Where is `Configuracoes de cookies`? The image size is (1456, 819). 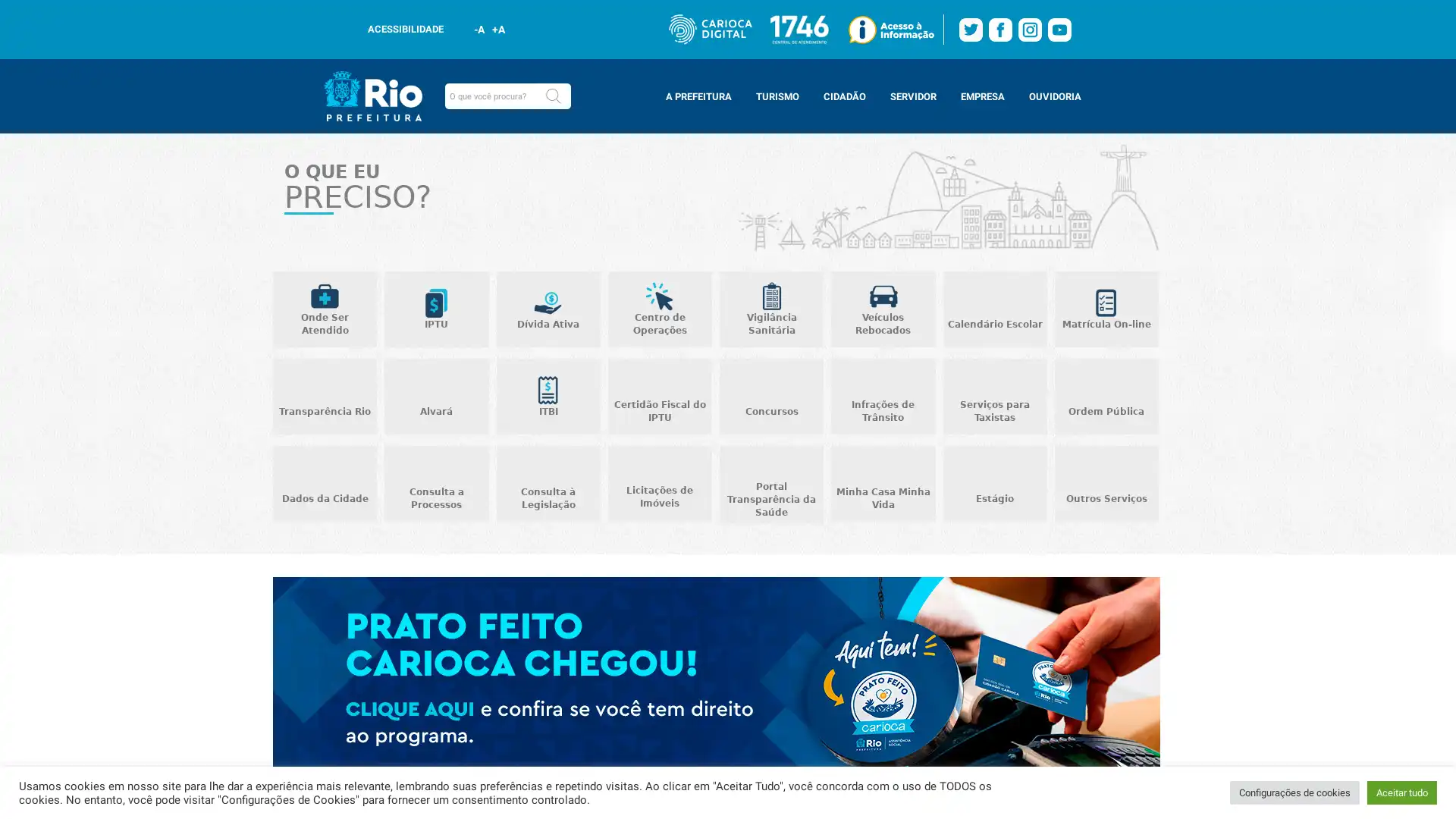 Configuracoes de cookies is located at coordinates (1294, 792).